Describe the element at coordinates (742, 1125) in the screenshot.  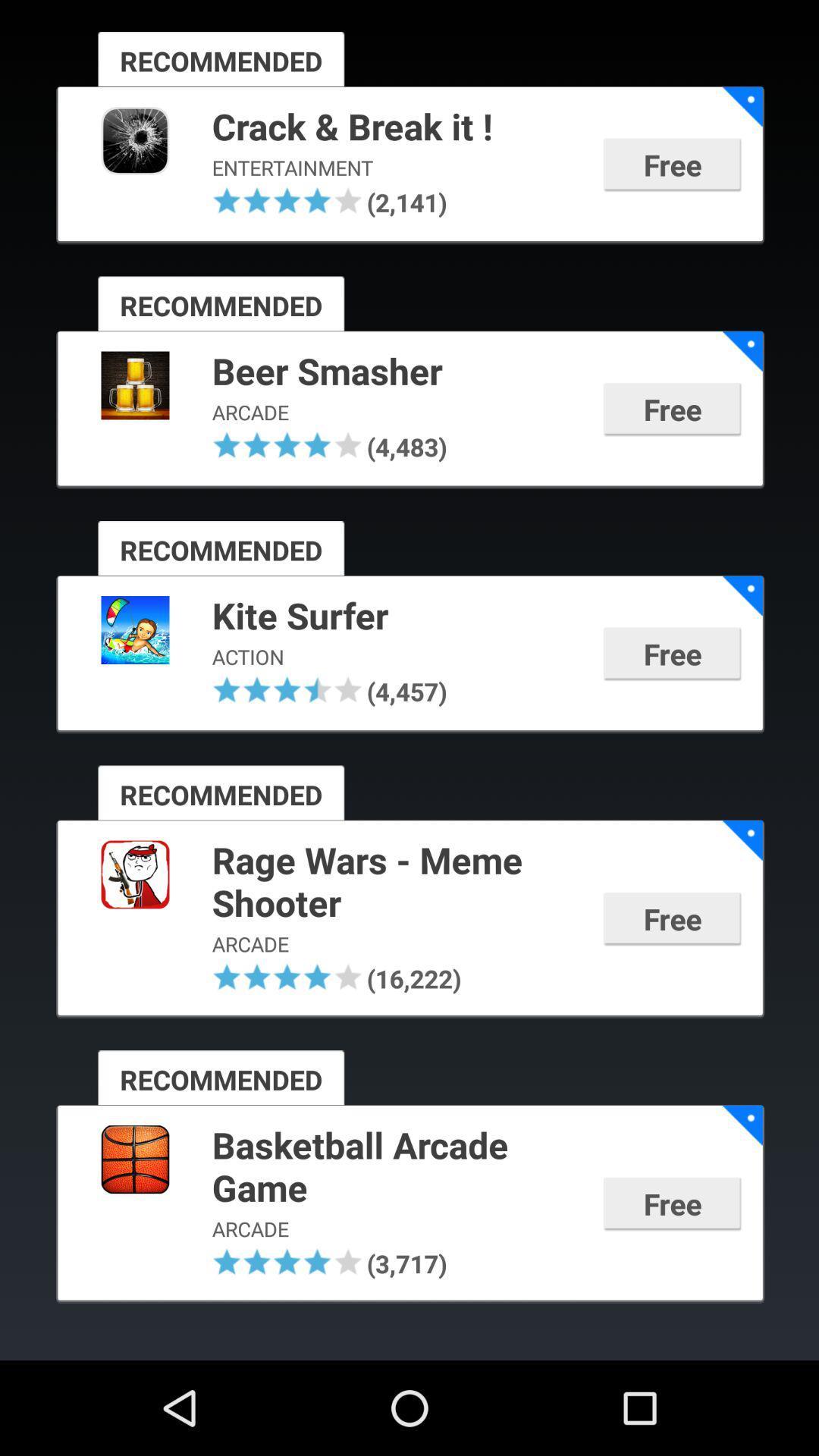
I see `the icon to the right of basketball arcade game icon` at that location.